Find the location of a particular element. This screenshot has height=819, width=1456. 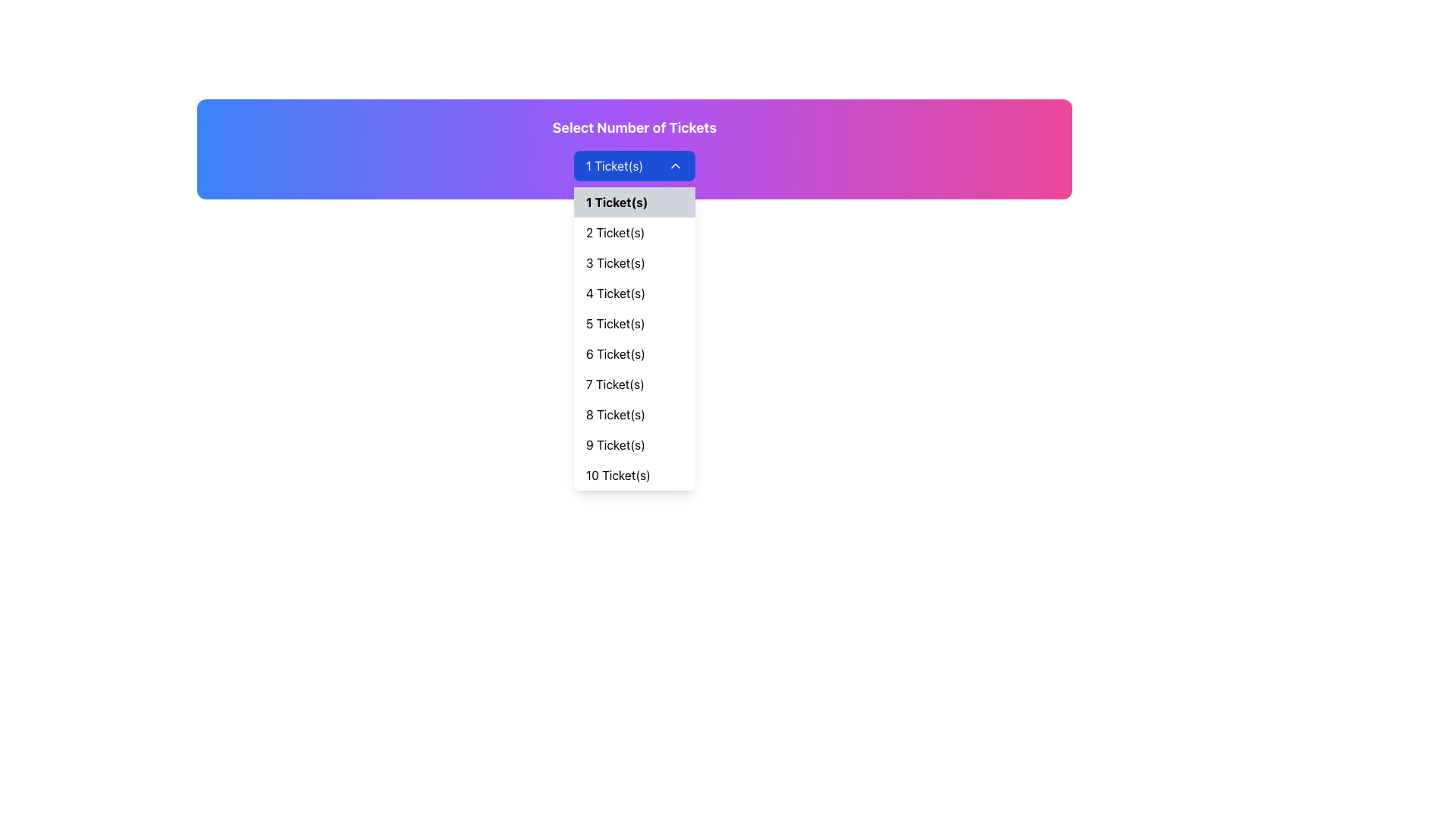

the seventh entry in the ticket selection dropdown menu, which allows users to select '7 Ticket(s)' is located at coordinates (634, 383).